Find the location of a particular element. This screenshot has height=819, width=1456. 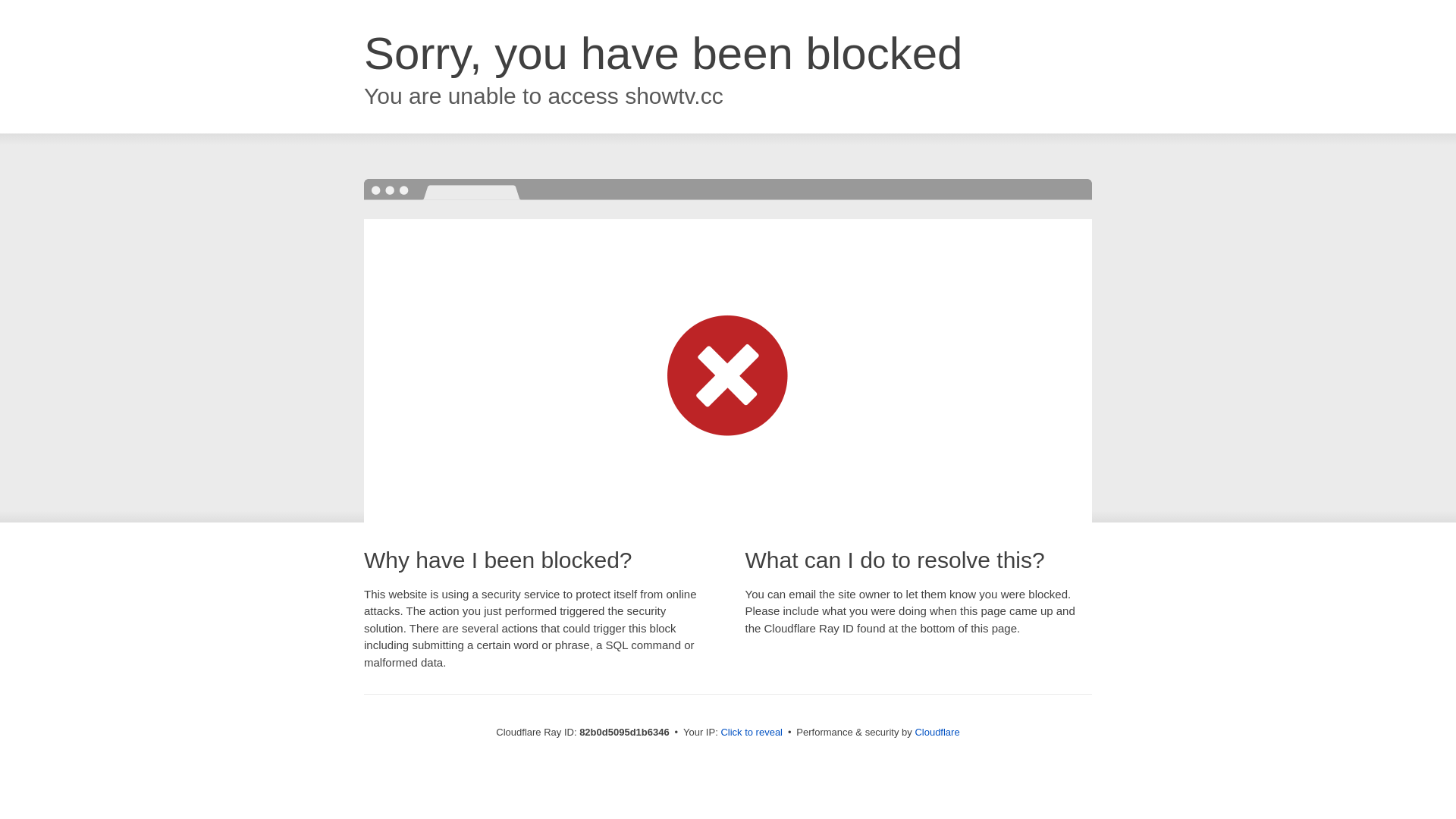

'Click to reveal' is located at coordinates (751, 731).